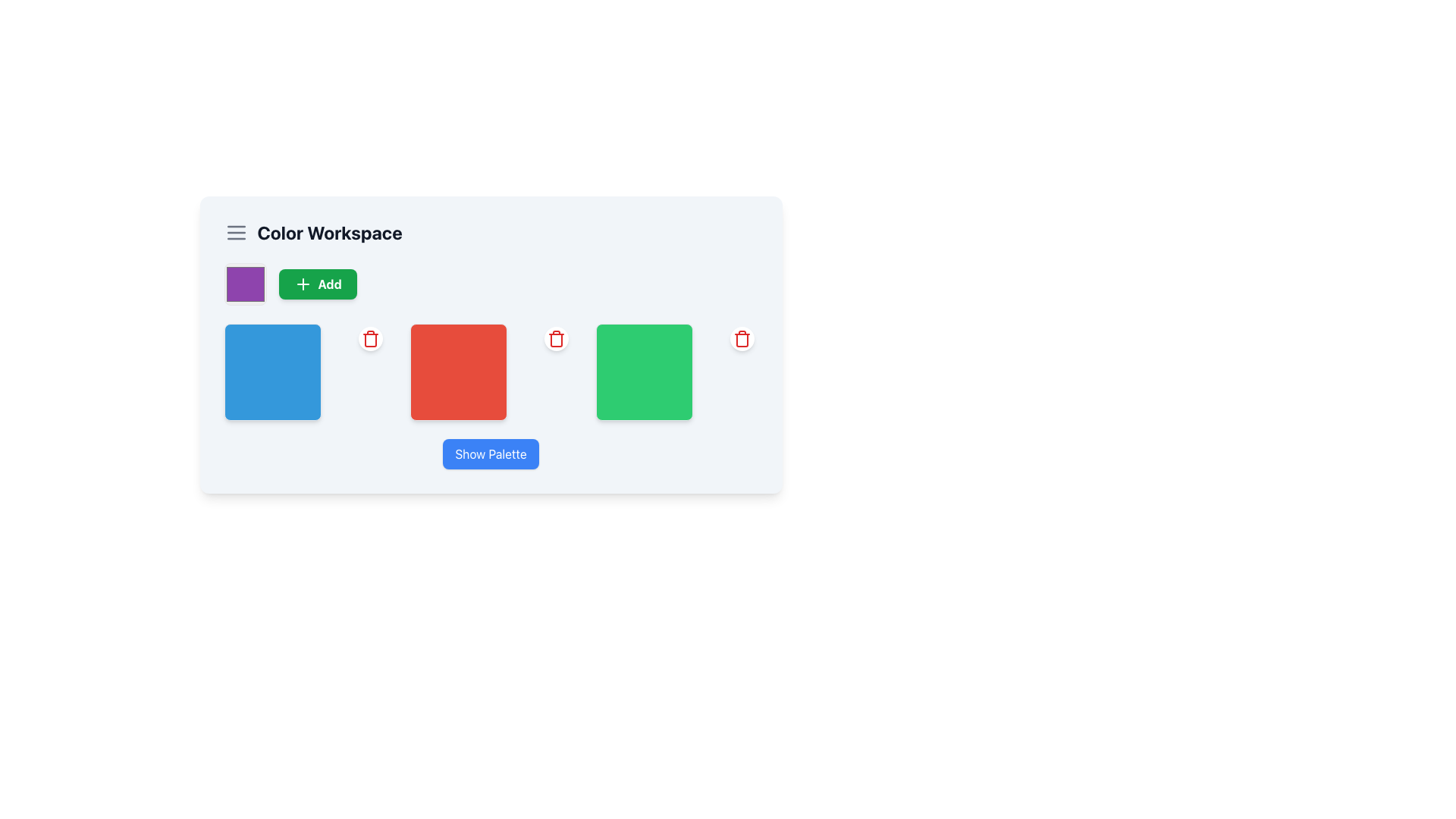 This screenshot has width=1456, height=819. What do you see at coordinates (491, 372) in the screenshot?
I see `the red square with rounded corners, which is the second item in a grid layout of three squares, positioned centrally with a glossy visual feel` at bounding box center [491, 372].